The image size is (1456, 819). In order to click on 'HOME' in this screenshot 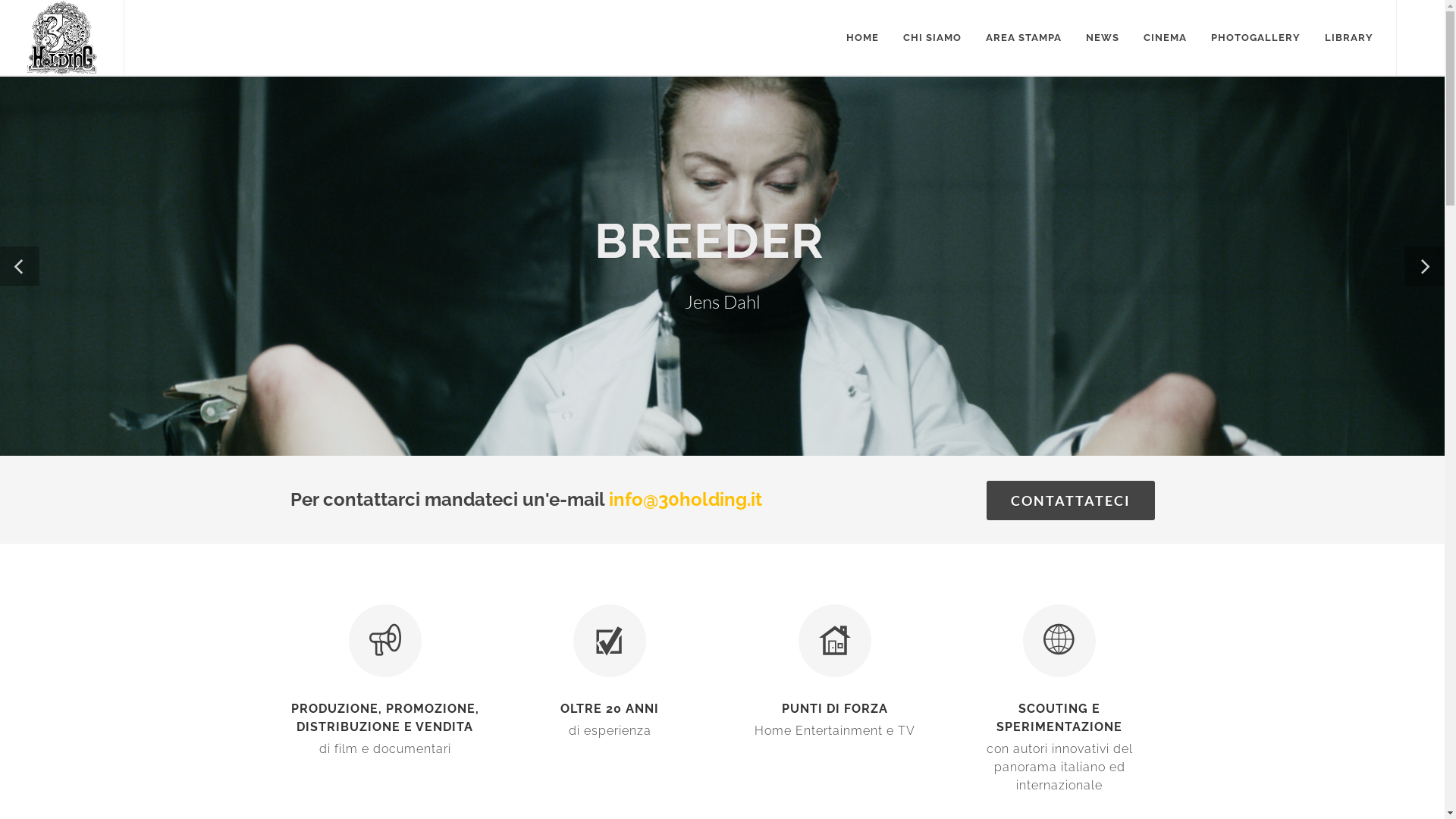, I will do `click(862, 37)`.